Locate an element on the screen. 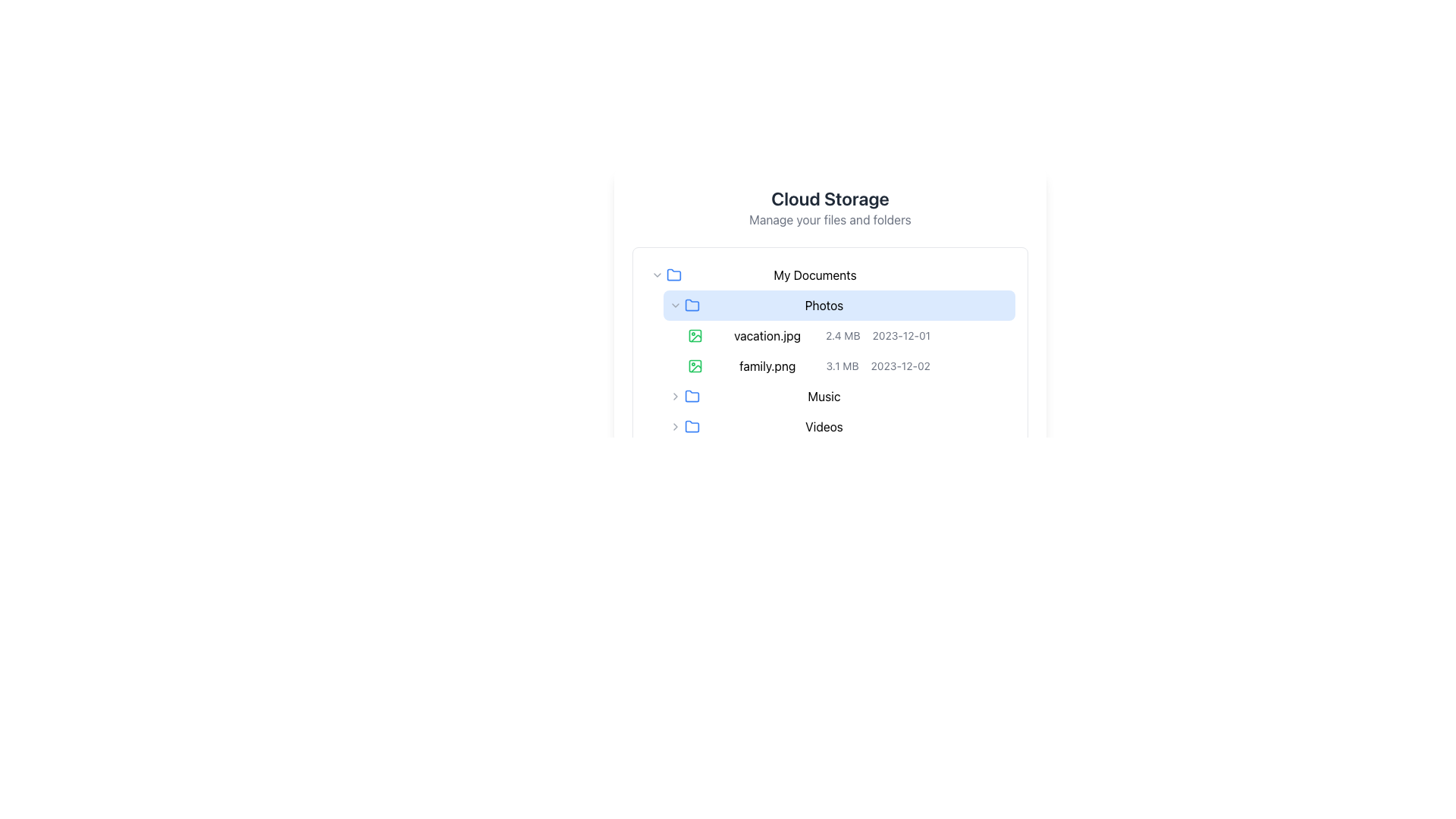 The width and height of the screenshot is (1456, 819). the chevron-down icon that indicates the collapsible section for 'My Documents' is located at coordinates (657, 275).